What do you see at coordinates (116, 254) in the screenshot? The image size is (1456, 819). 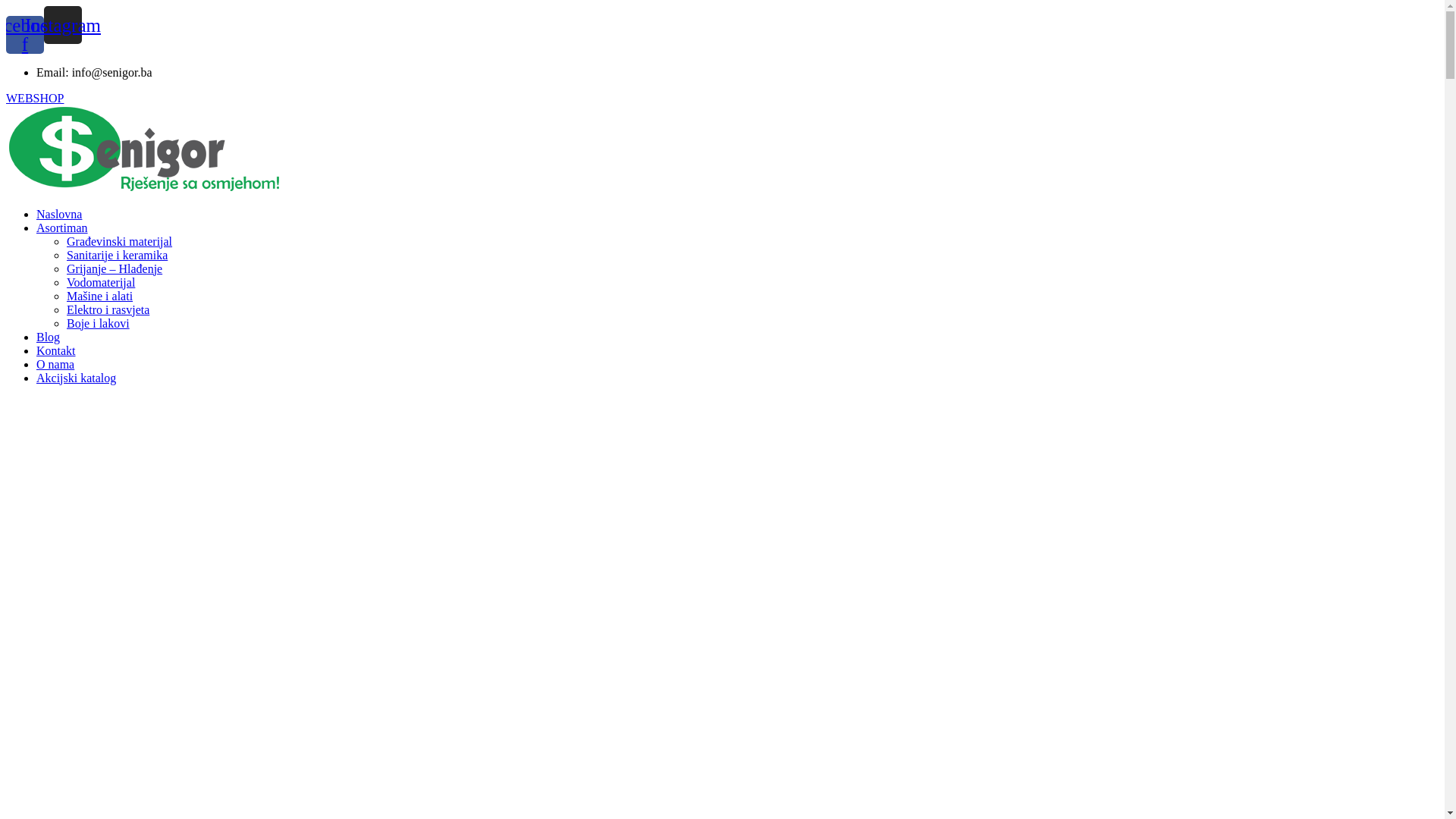 I see `'Sanitarije i keramika'` at bounding box center [116, 254].